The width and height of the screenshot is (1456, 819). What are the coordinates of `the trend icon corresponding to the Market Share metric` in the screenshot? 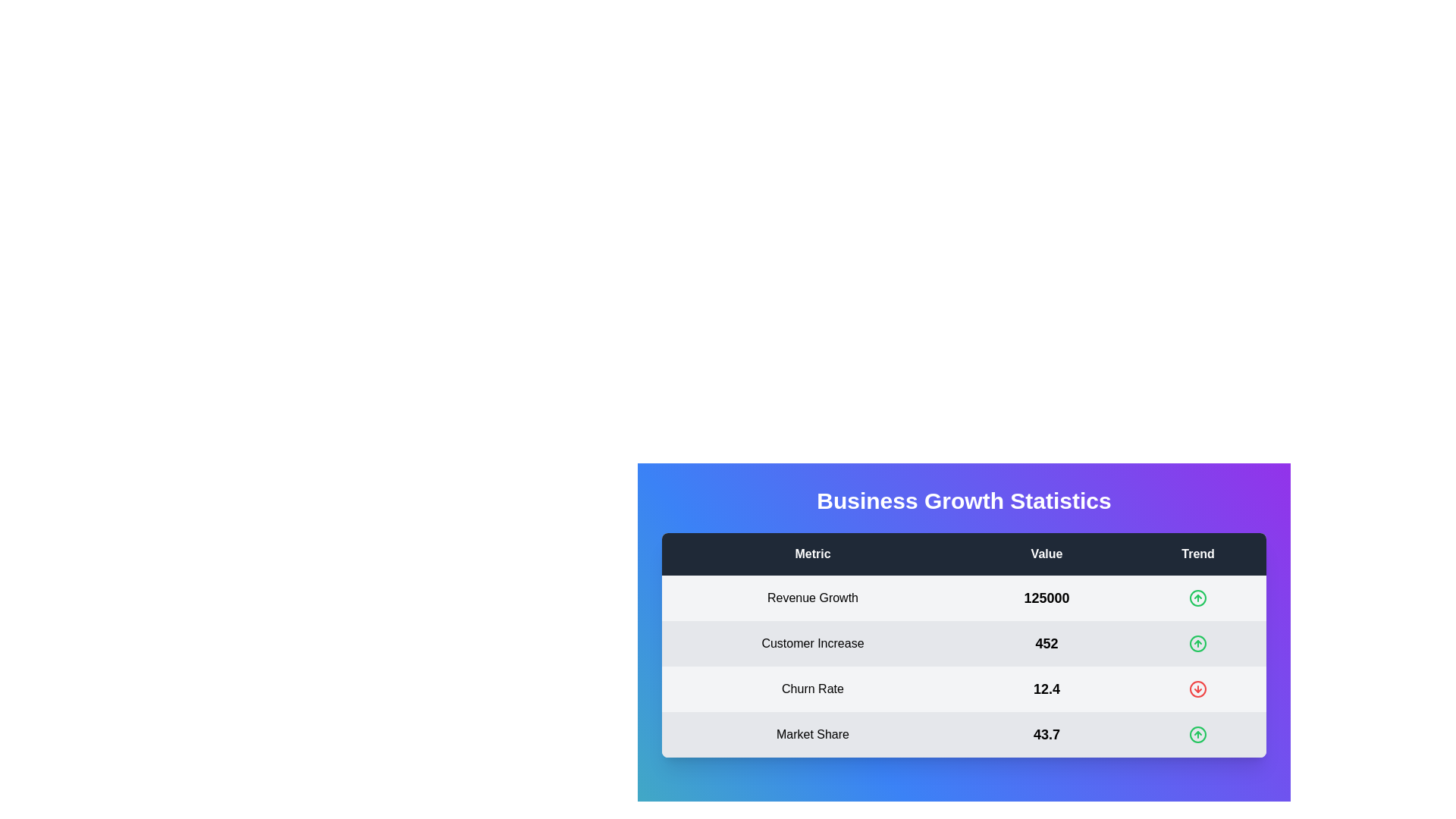 It's located at (1197, 734).